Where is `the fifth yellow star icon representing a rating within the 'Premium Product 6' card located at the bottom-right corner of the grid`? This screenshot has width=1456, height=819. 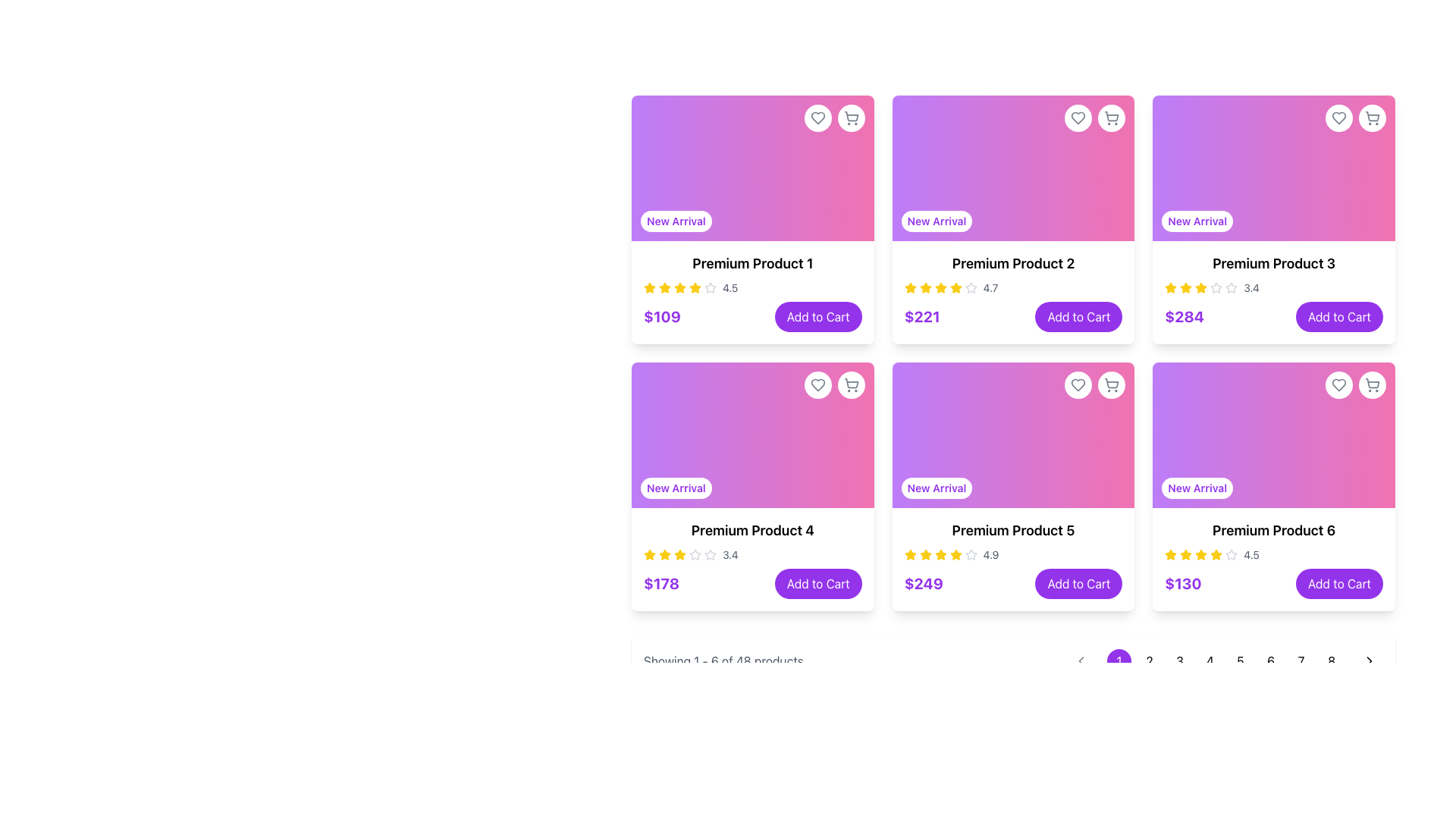
the fifth yellow star icon representing a rating within the 'Premium Product 6' card located at the bottom-right corner of the grid is located at coordinates (1170, 554).